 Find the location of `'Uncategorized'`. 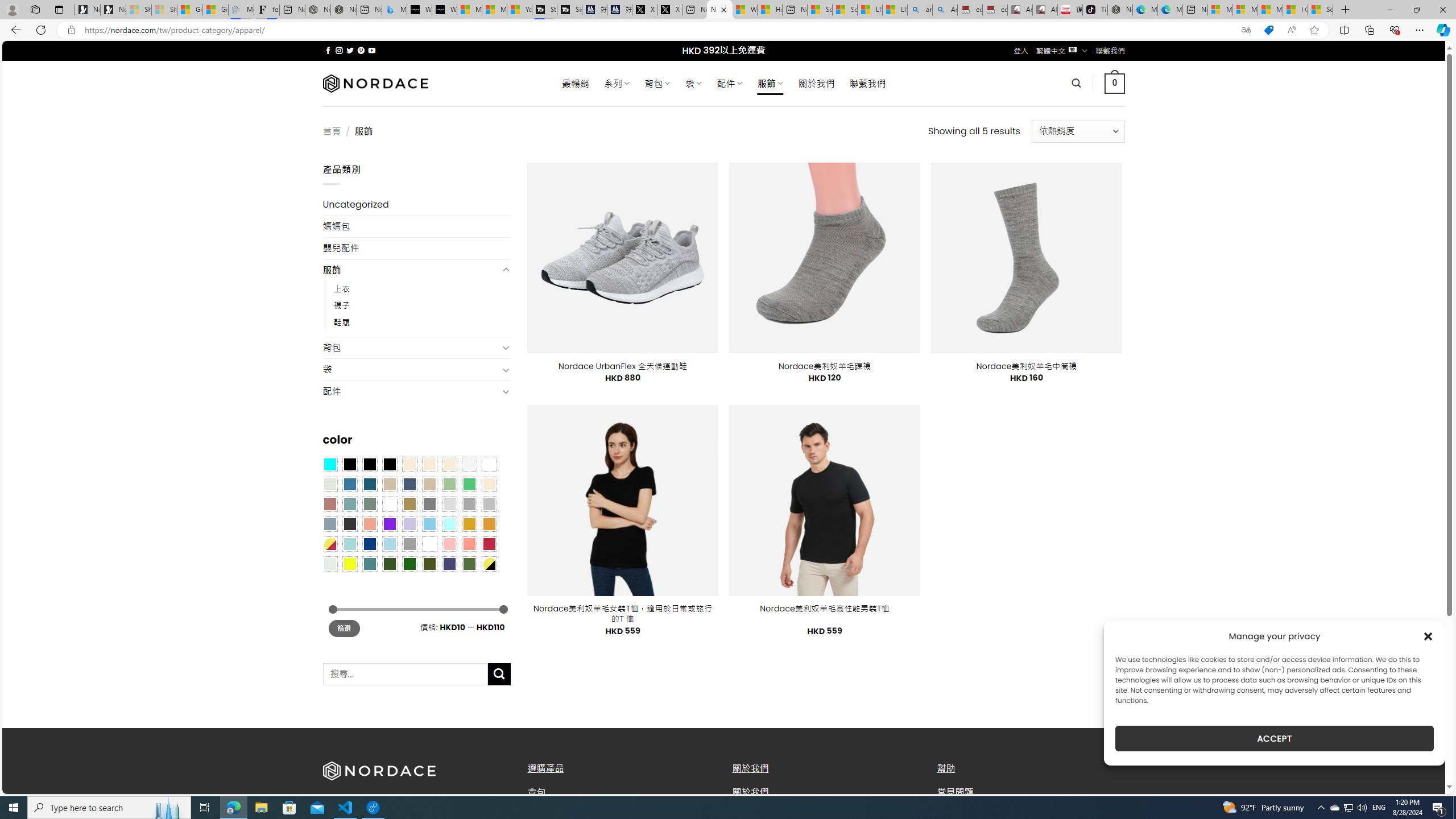

'Uncategorized' is located at coordinates (416, 205).